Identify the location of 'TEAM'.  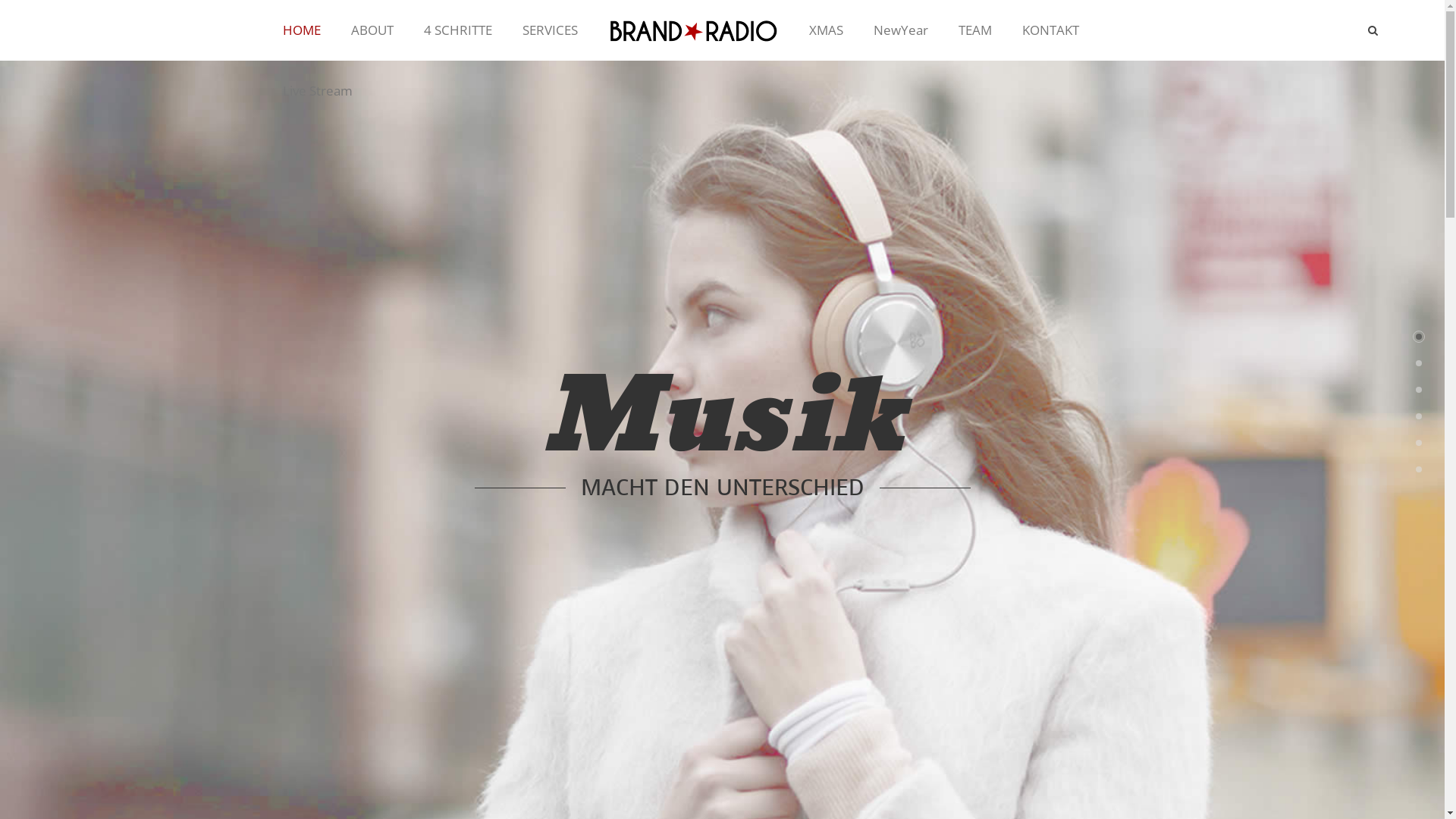
(975, 30).